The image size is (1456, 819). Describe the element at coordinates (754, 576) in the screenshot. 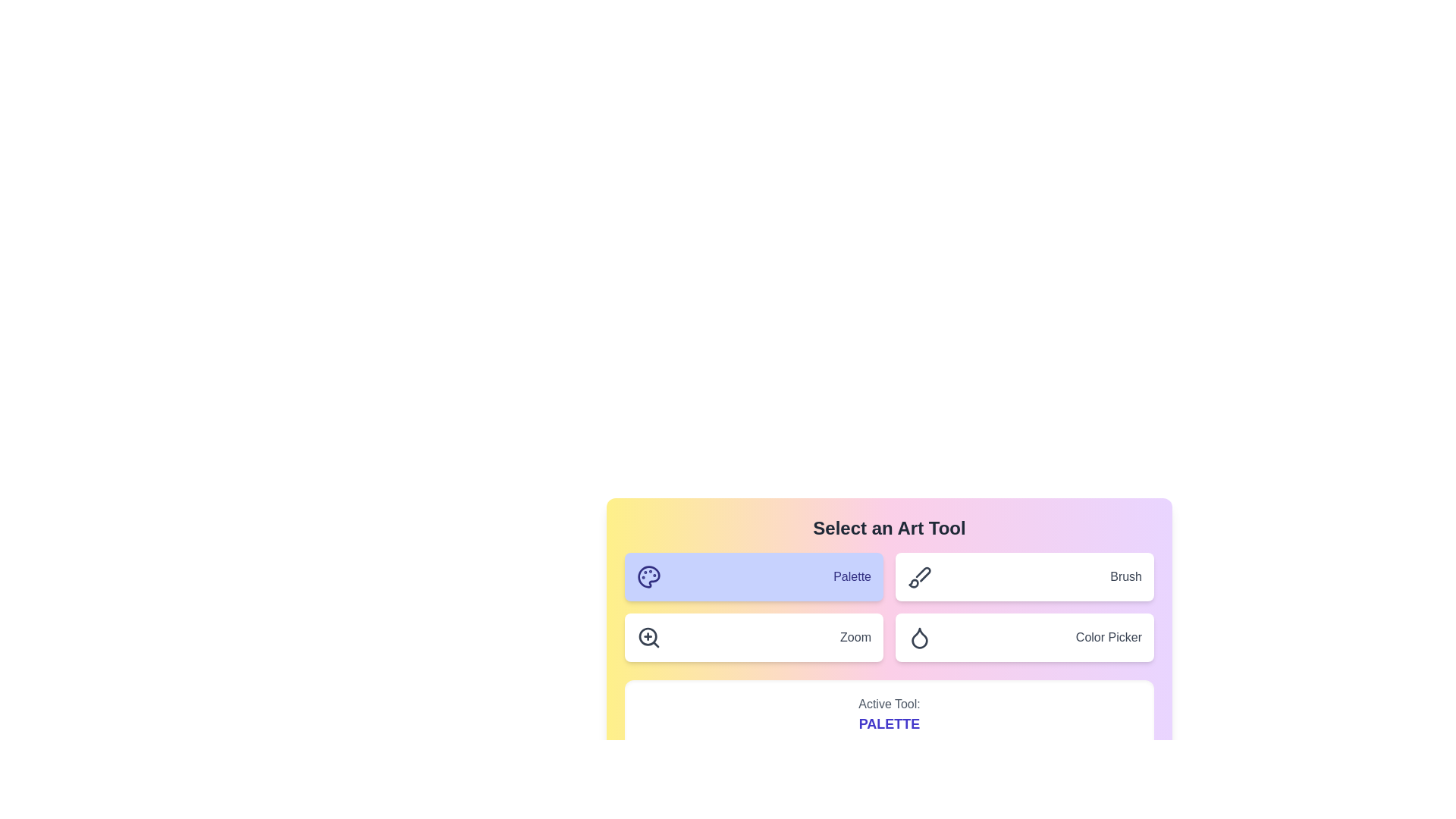

I see `the tool Palette by clicking its corresponding button` at that location.